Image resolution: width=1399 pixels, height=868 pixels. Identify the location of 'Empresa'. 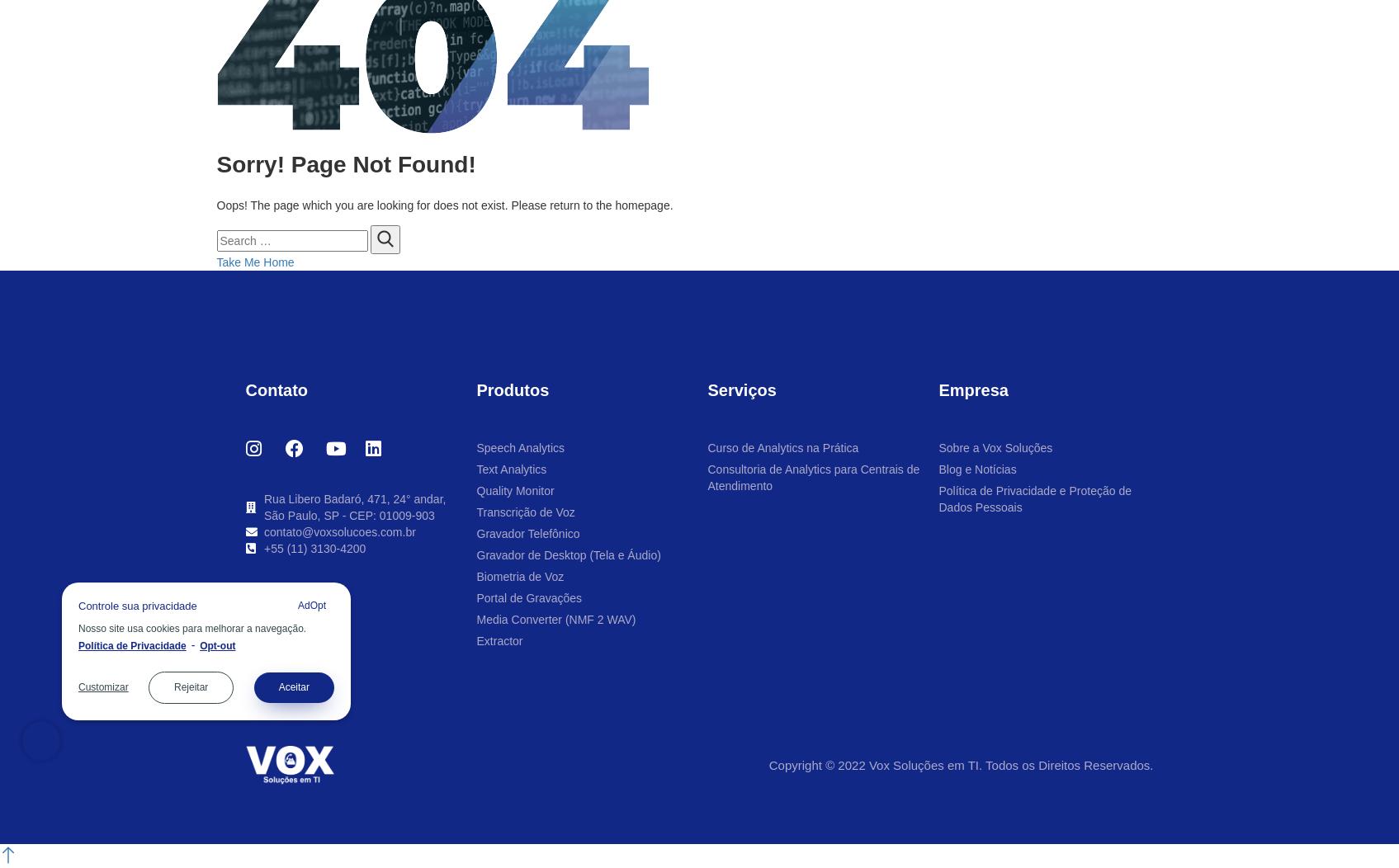
(973, 389).